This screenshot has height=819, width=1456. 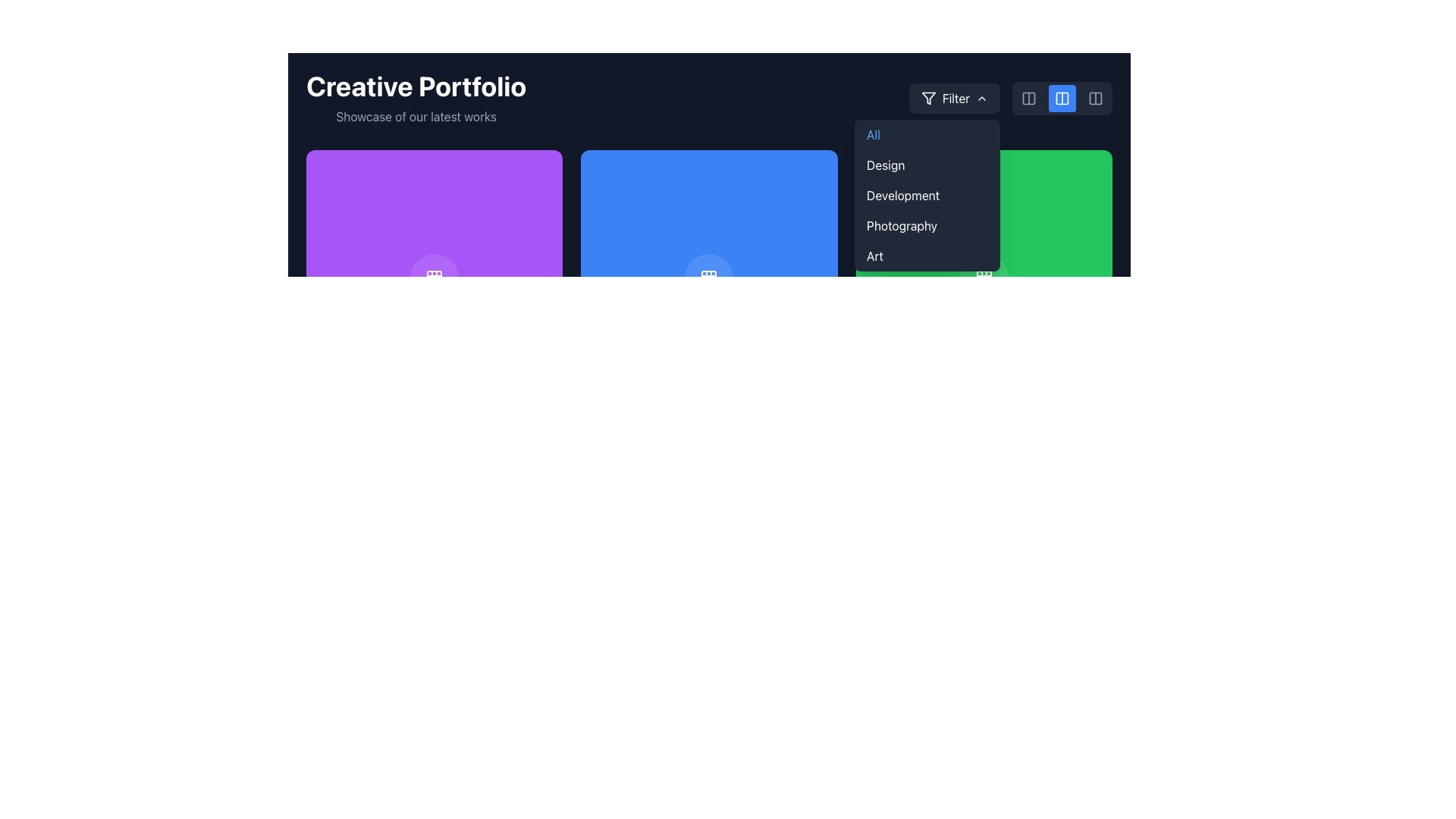 What do you see at coordinates (953, 99) in the screenshot?
I see `the 'Filter' dropdown toggle button located at the top-right corner of the interface` at bounding box center [953, 99].